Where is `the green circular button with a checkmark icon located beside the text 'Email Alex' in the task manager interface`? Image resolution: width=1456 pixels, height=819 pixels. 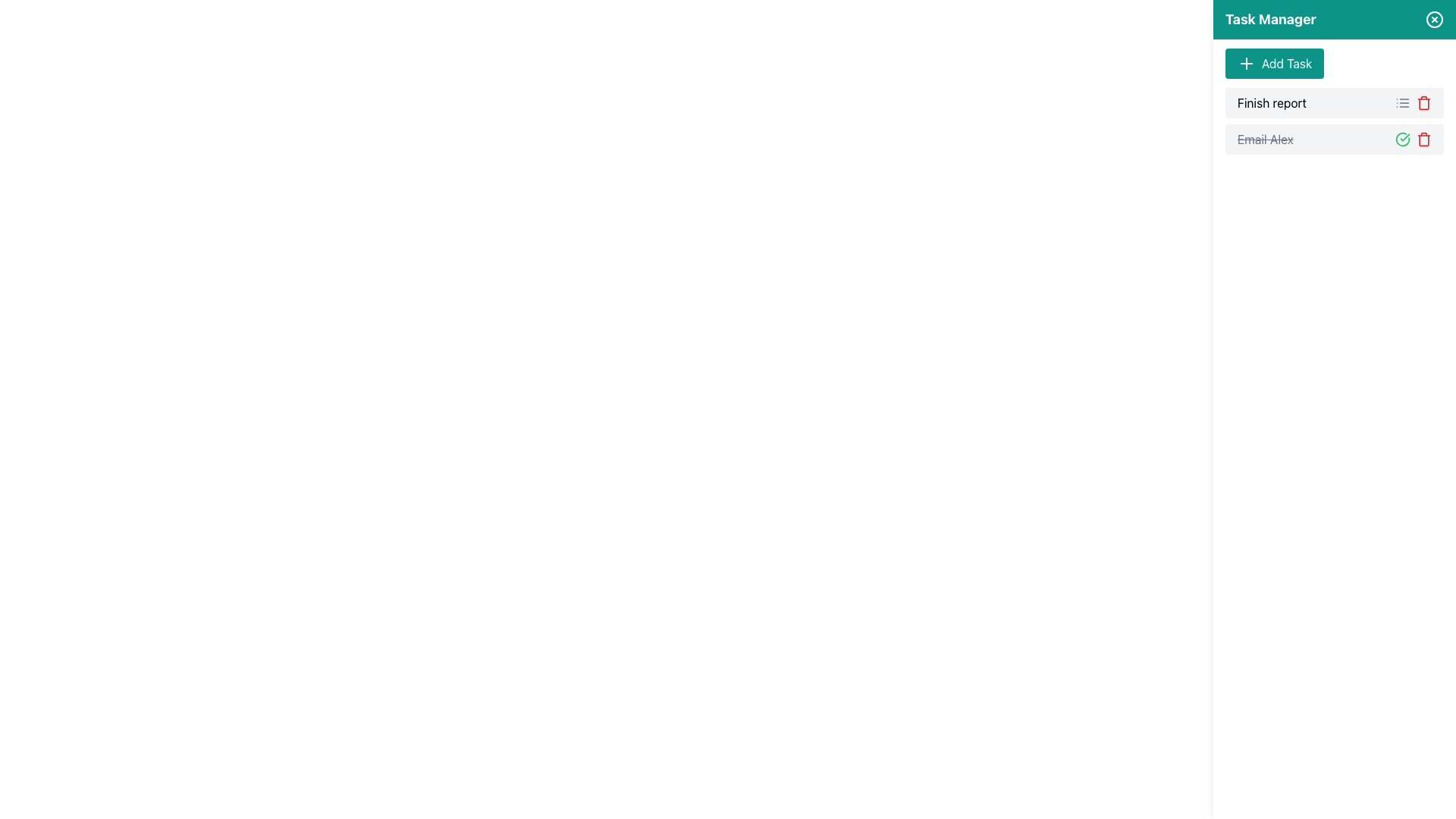 the green circular button with a checkmark icon located beside the text 'Email Alex' in the task manager interface is located at coordinates (1401, 140).